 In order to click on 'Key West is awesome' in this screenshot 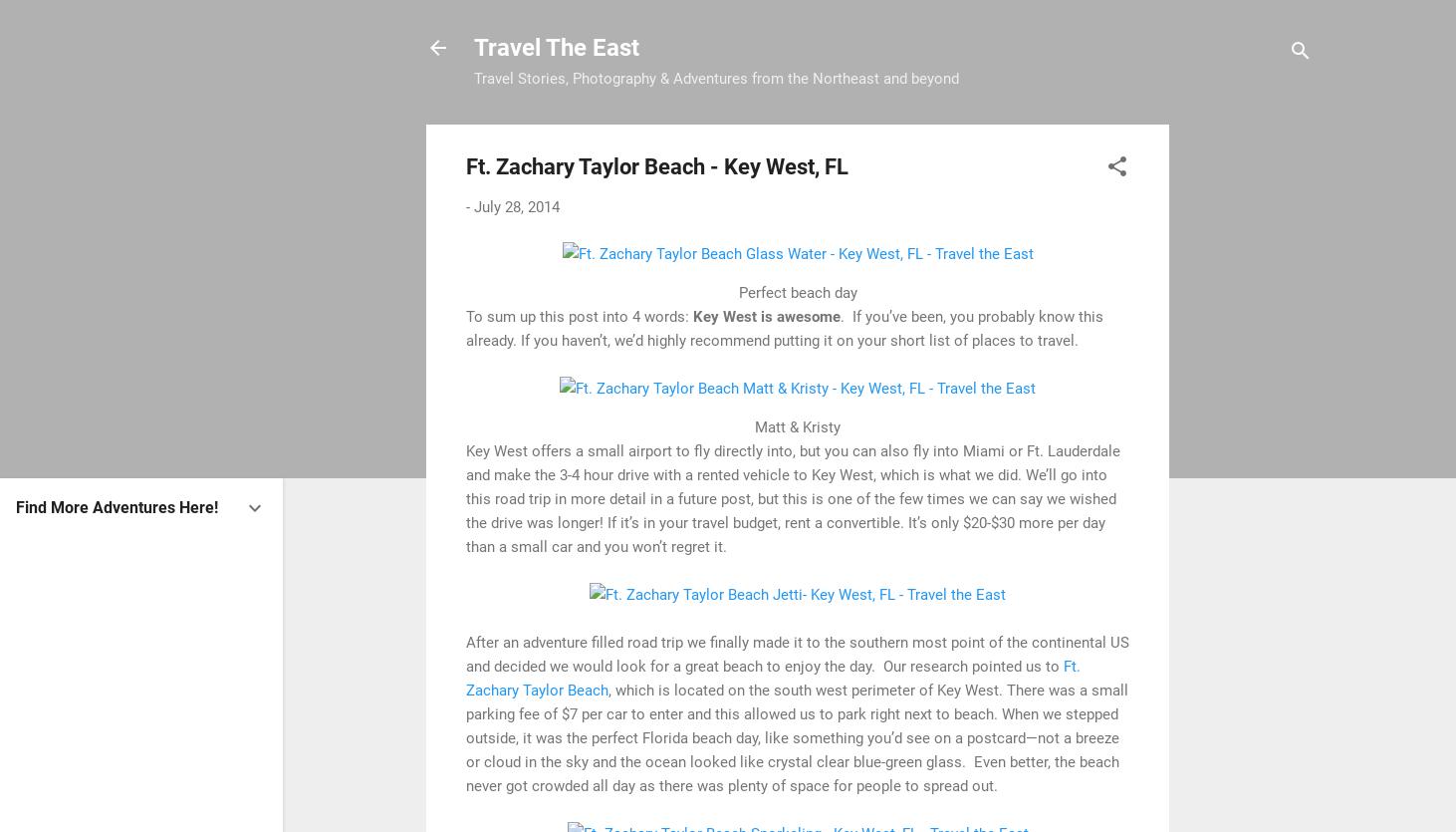, I will do `click(766, 314)`.